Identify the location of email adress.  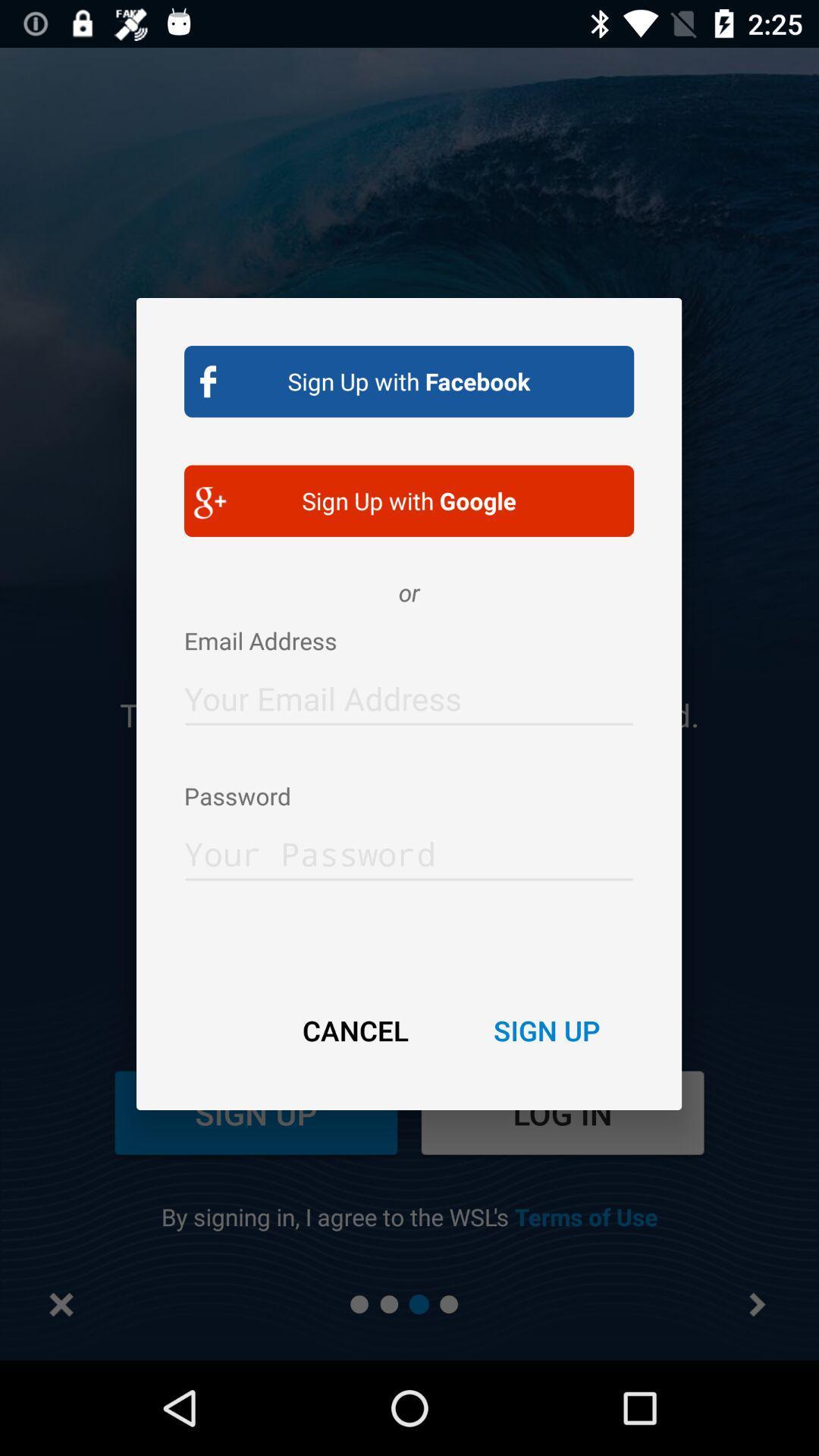
(408, 693).